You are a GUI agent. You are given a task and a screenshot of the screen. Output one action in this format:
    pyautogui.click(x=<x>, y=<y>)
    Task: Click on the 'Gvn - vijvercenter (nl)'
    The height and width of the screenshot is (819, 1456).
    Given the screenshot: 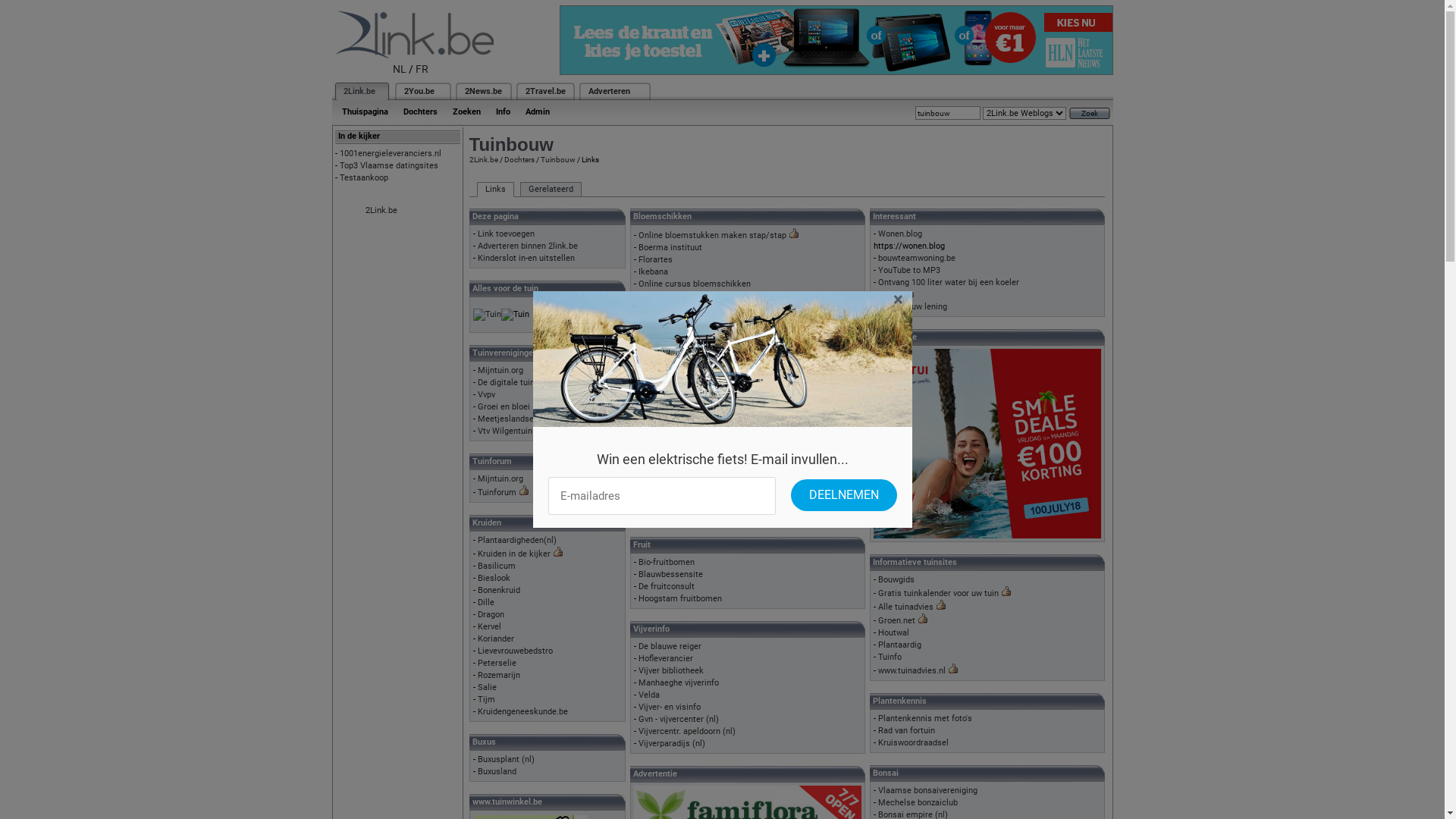 What is the action you would take?
    pyautogui.click(x=677, y=718)
    